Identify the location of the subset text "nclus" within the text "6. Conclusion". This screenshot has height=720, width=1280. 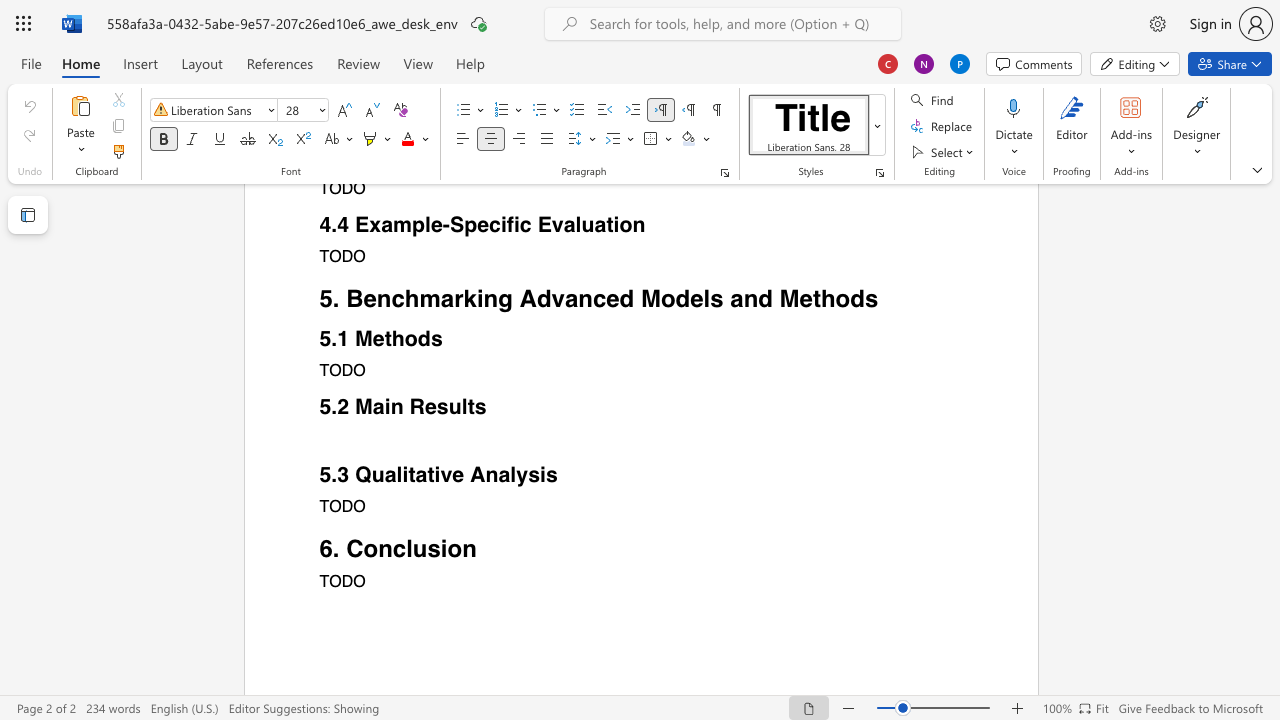
(378, 548).